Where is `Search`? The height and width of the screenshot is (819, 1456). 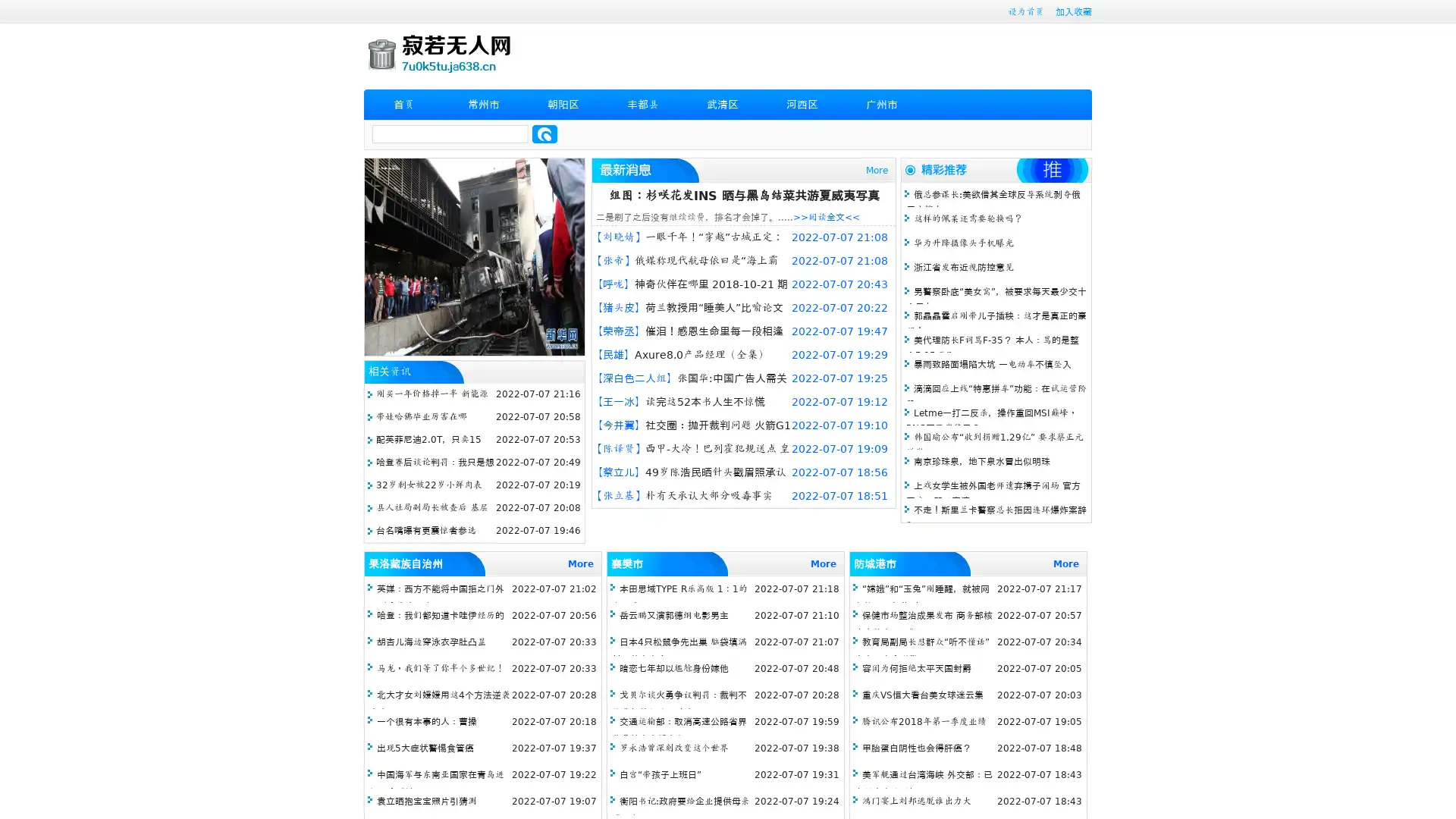 Search is located at coordinates (544, 133).